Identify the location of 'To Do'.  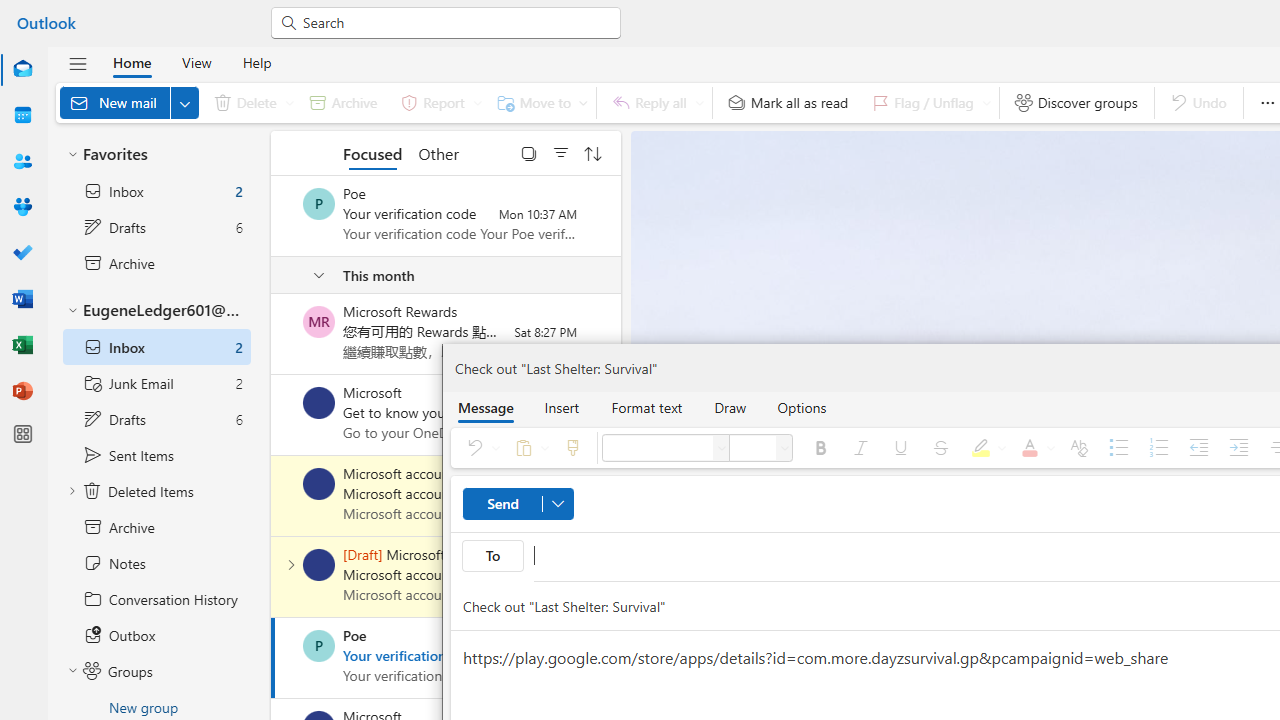
(23, 252).